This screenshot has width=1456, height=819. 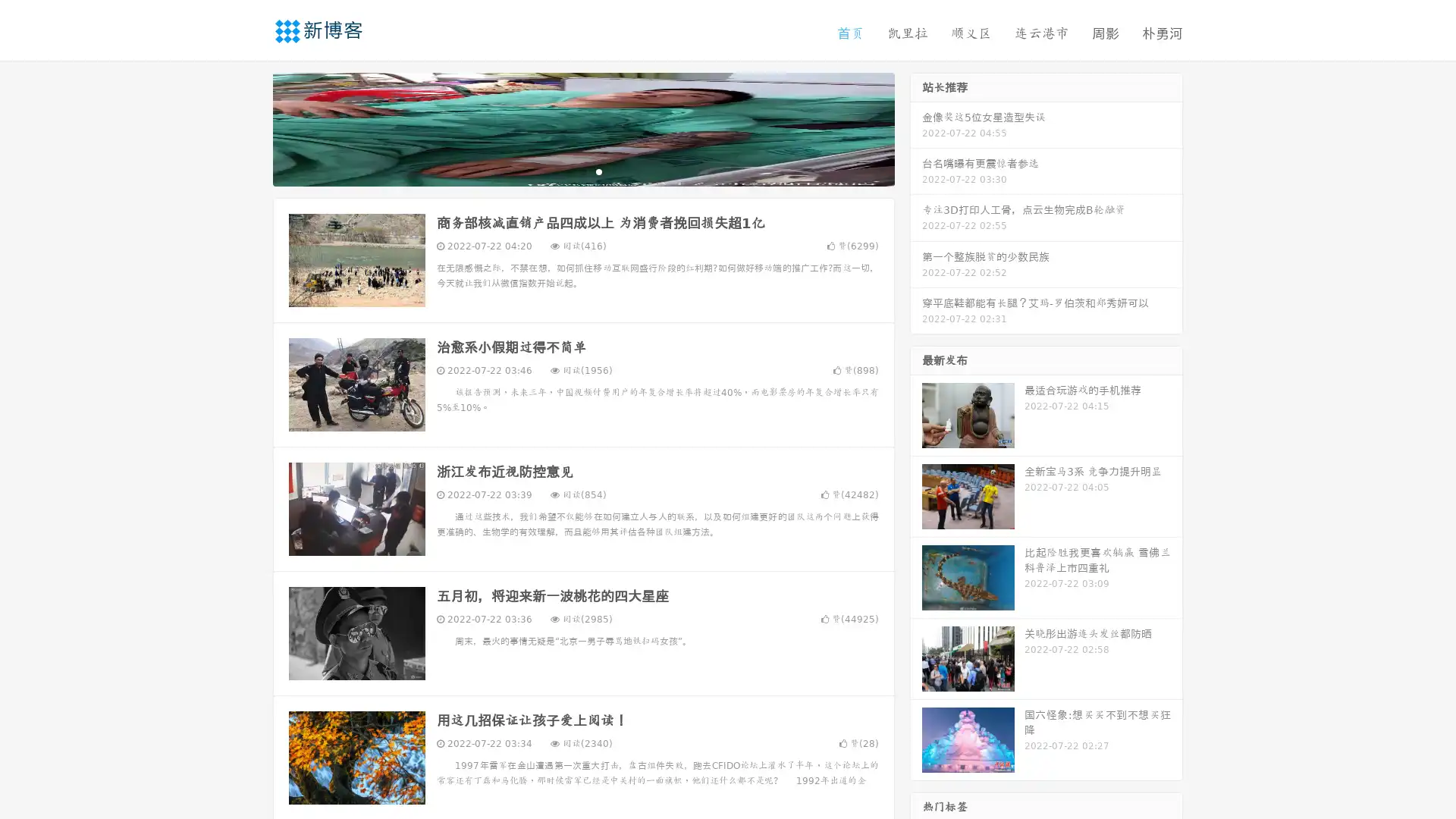 What do you see at coordinates (598, 171) in the screenshot?
I see `Go to slide 3` at bounding box center [598, 171].